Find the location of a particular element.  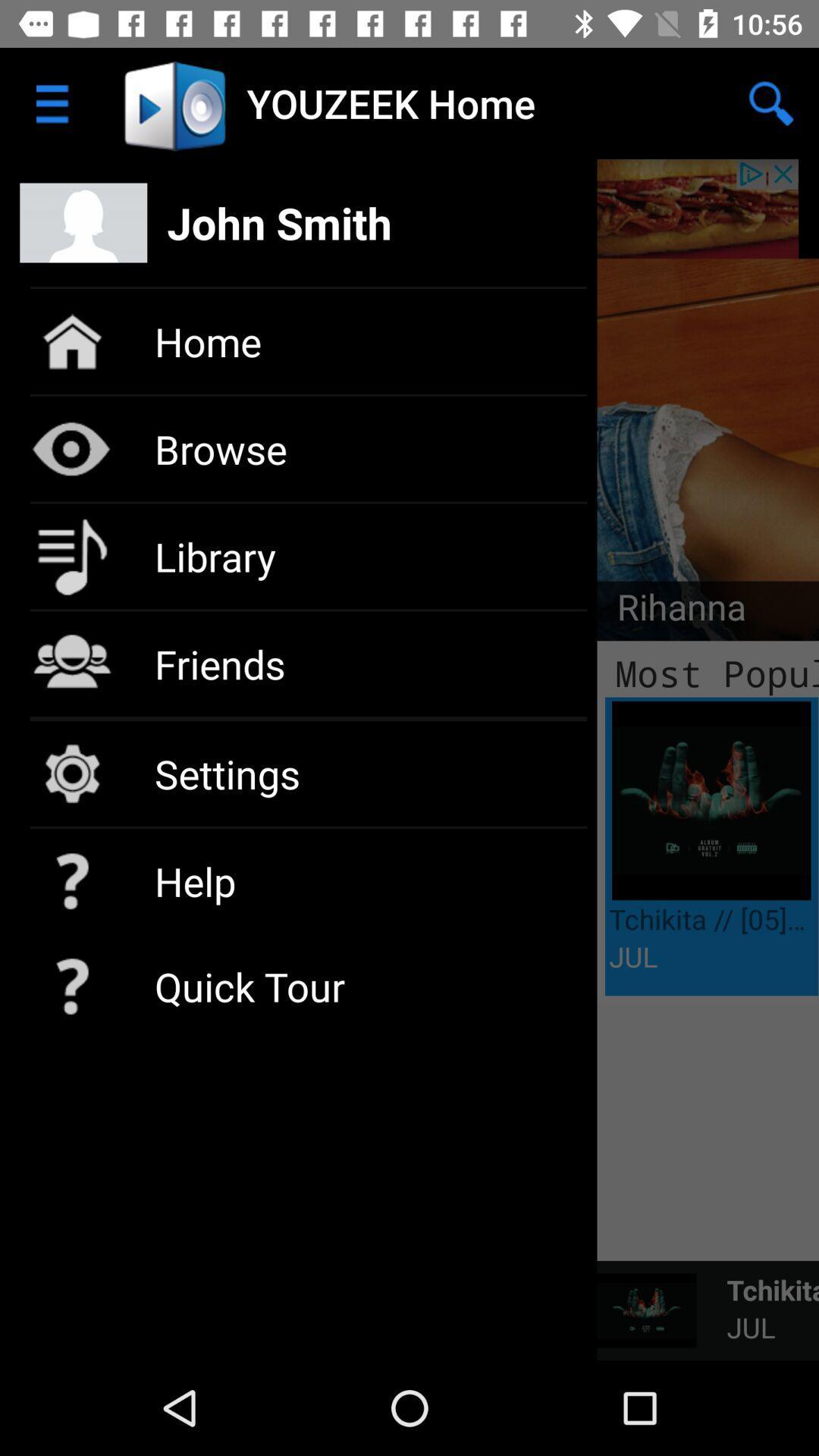

the icon below john smith item is located at coordinates (670, 611).